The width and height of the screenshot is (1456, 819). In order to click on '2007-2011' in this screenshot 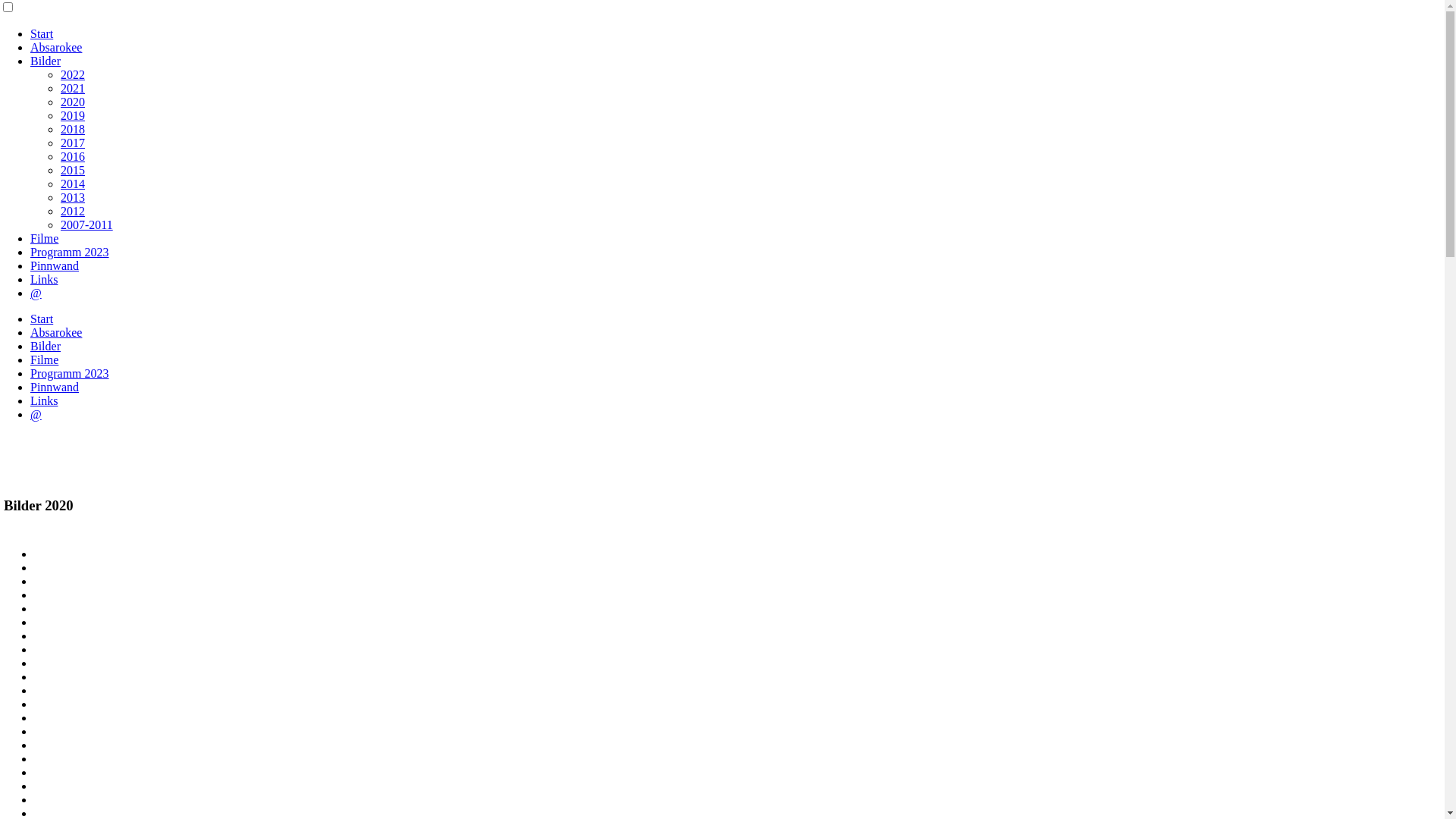, I will do `click(86, 224)`.